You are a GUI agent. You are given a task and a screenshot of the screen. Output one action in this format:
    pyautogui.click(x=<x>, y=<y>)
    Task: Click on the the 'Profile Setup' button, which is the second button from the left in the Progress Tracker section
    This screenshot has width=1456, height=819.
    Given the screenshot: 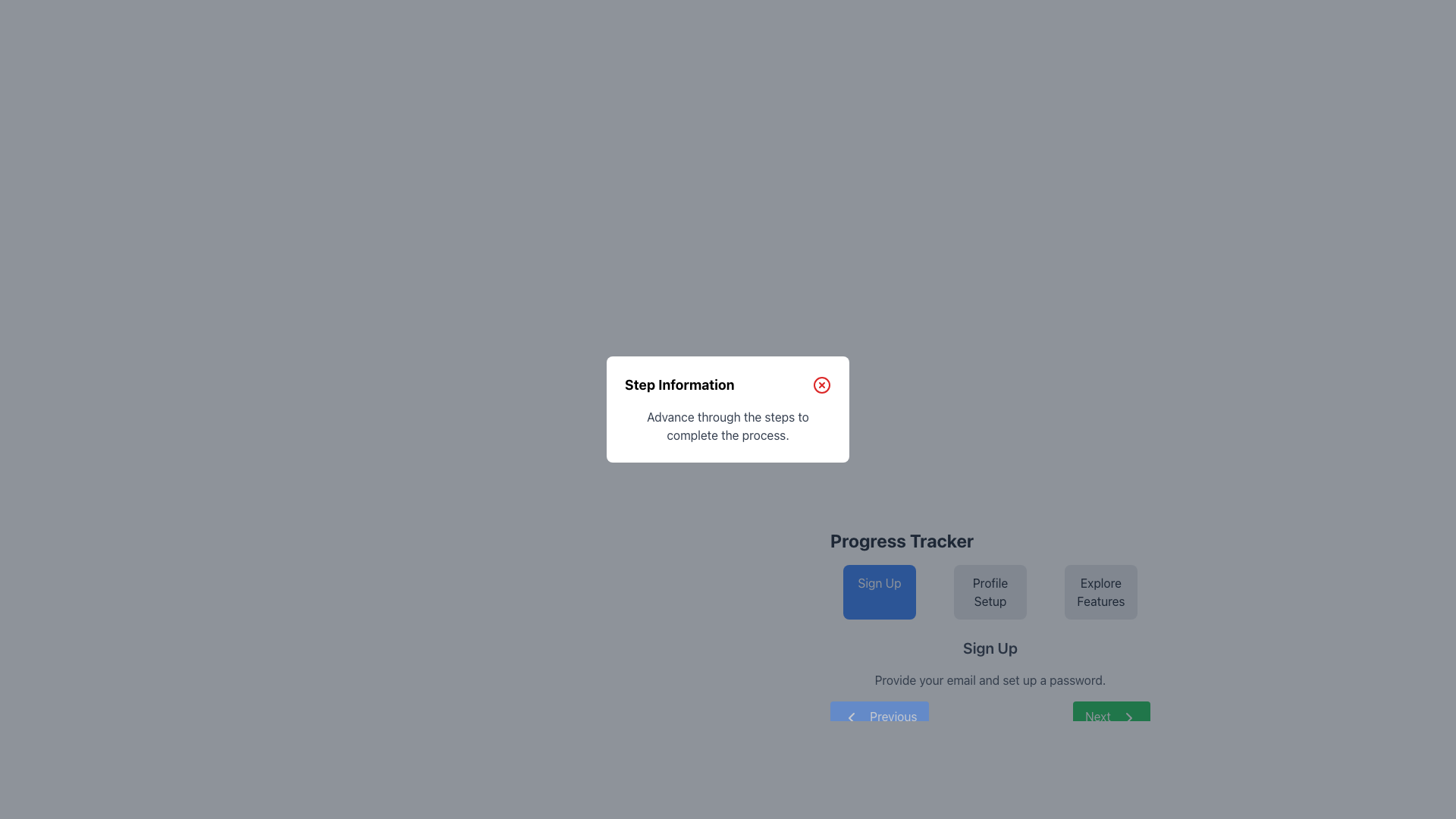 What is the action you would take?
    pyautogui.click(x=990, y=605)
    